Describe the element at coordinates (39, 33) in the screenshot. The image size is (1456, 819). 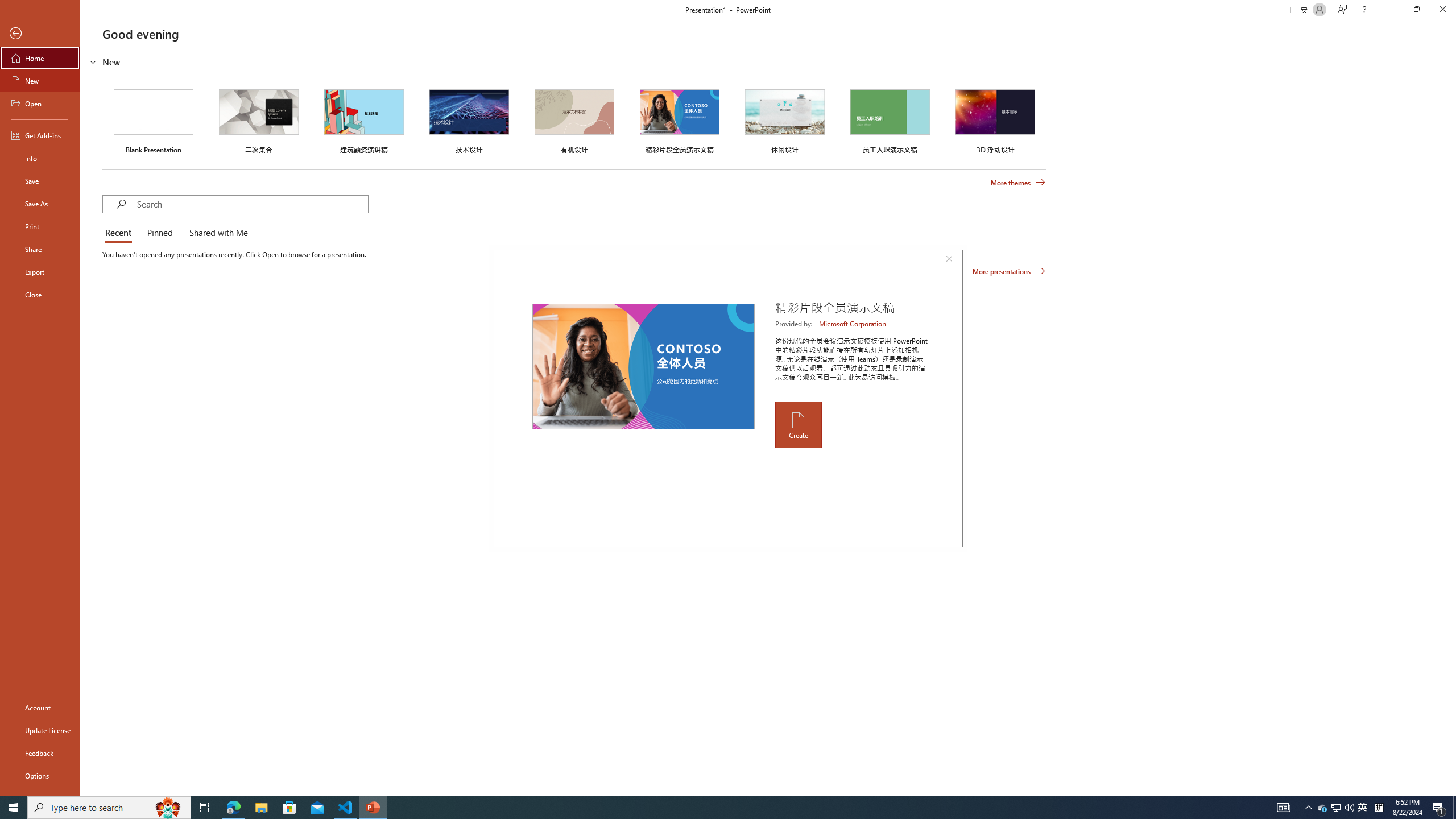
I see `'Back'` at that location.